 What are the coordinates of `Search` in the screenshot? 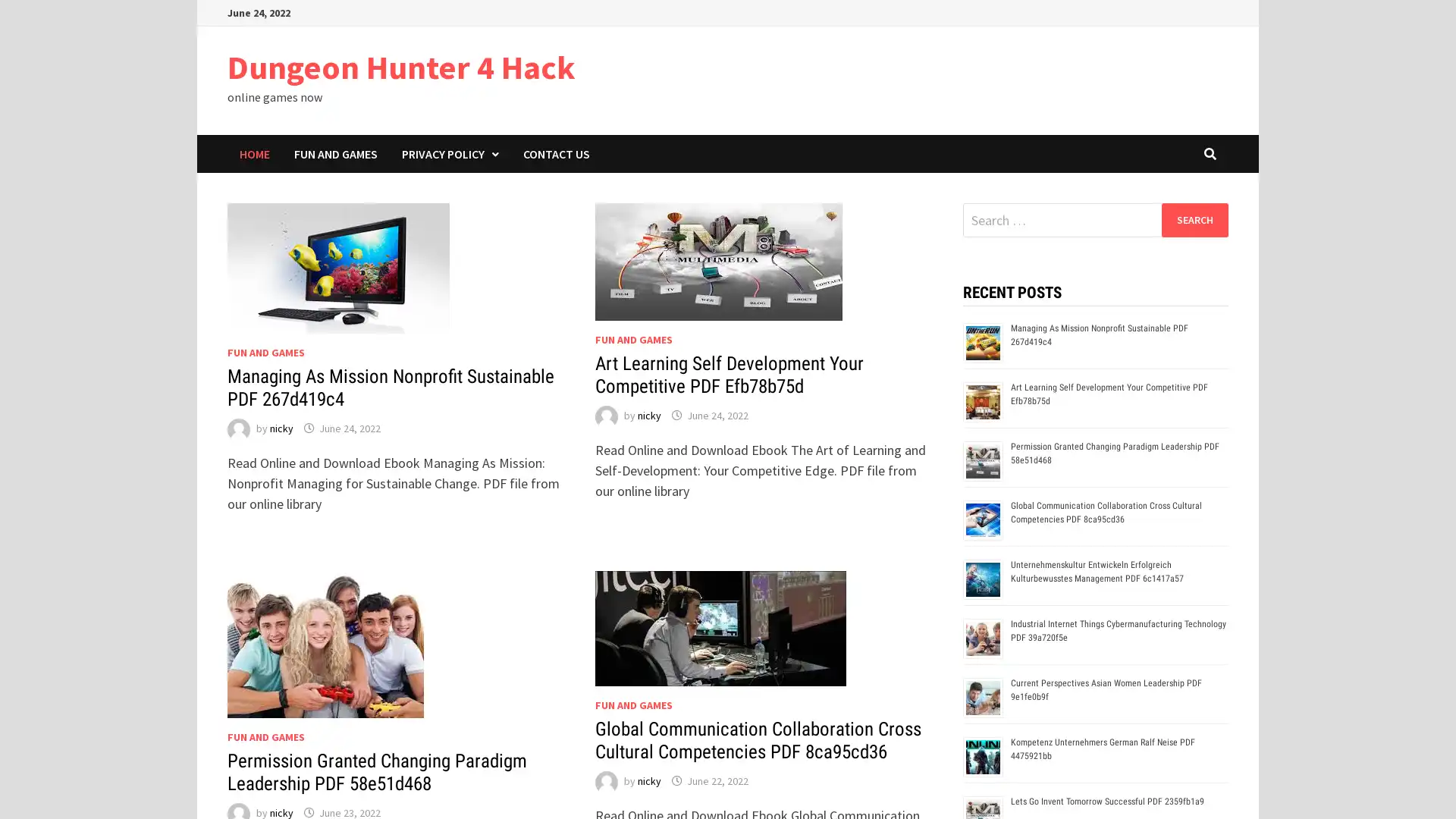 It's located at (1194, 219).